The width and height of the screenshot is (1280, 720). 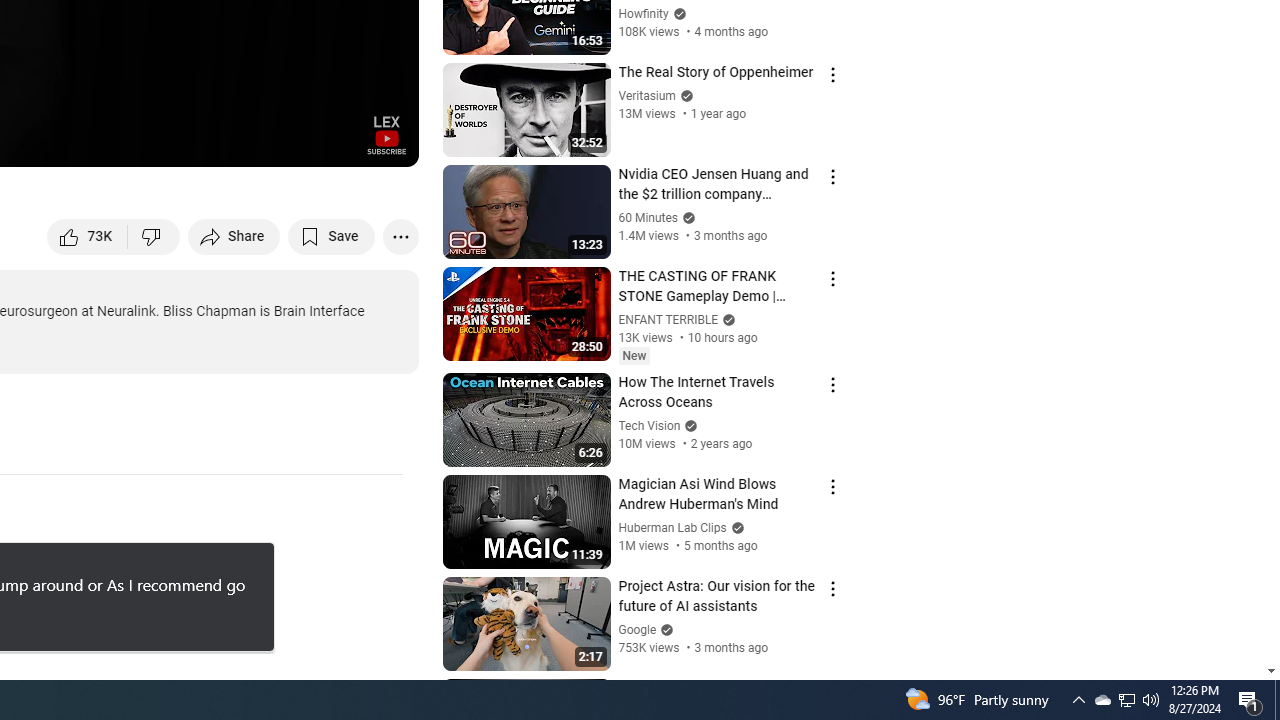 What do you see at coordinates (190, 141) in the screenshot?
I see `'Subtitles/closed captions unavailable'` at bounding box center [190, 141].